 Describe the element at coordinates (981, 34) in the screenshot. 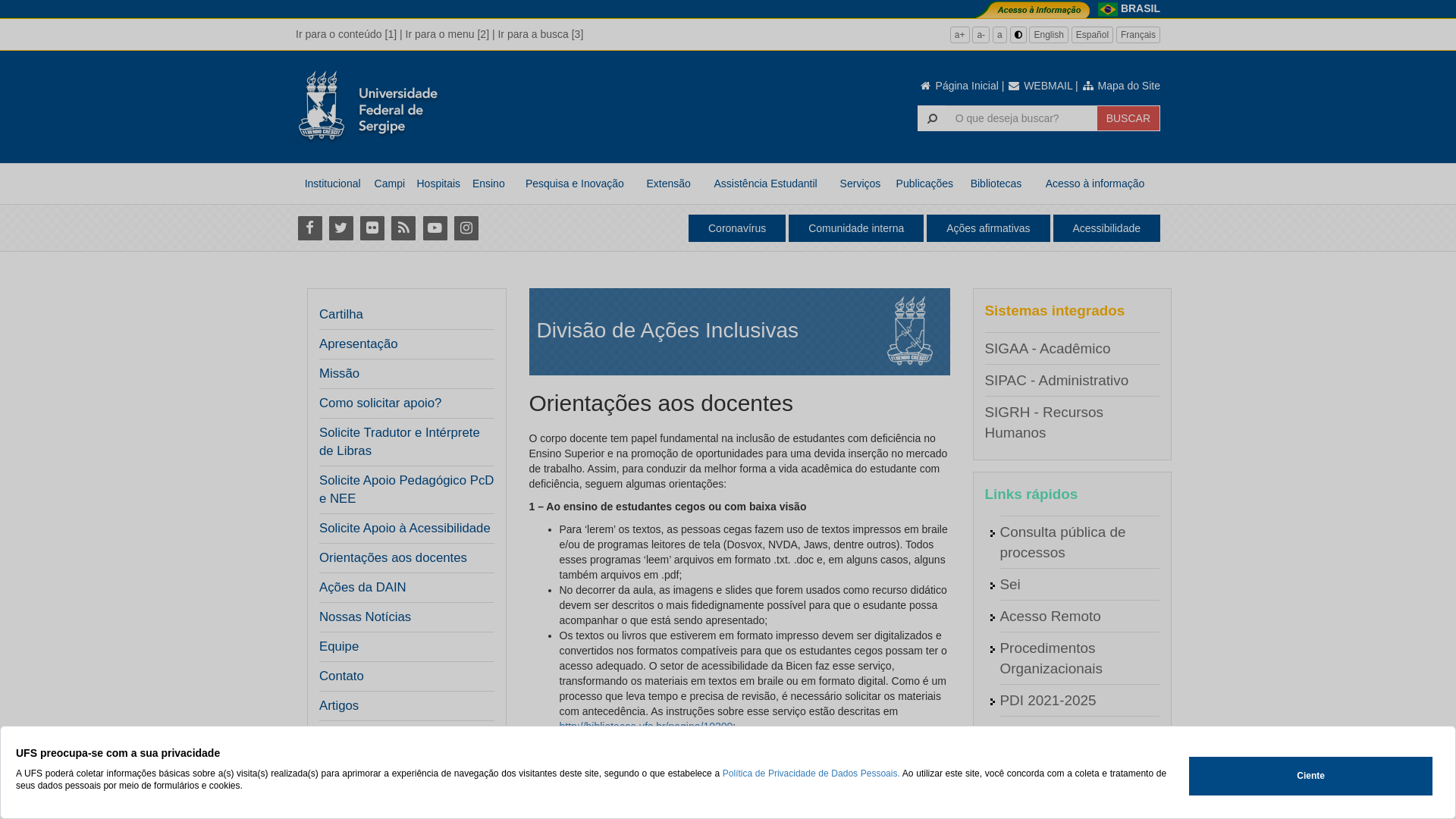

I see `'a-'` at that location.